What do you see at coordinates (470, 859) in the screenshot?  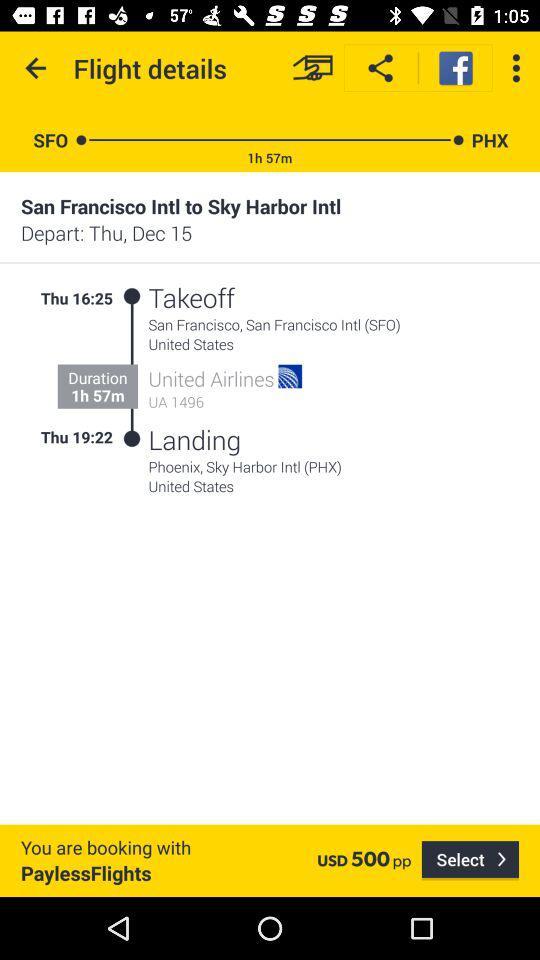 I see `the icon next to pp item` at bounding box center [470, 859].